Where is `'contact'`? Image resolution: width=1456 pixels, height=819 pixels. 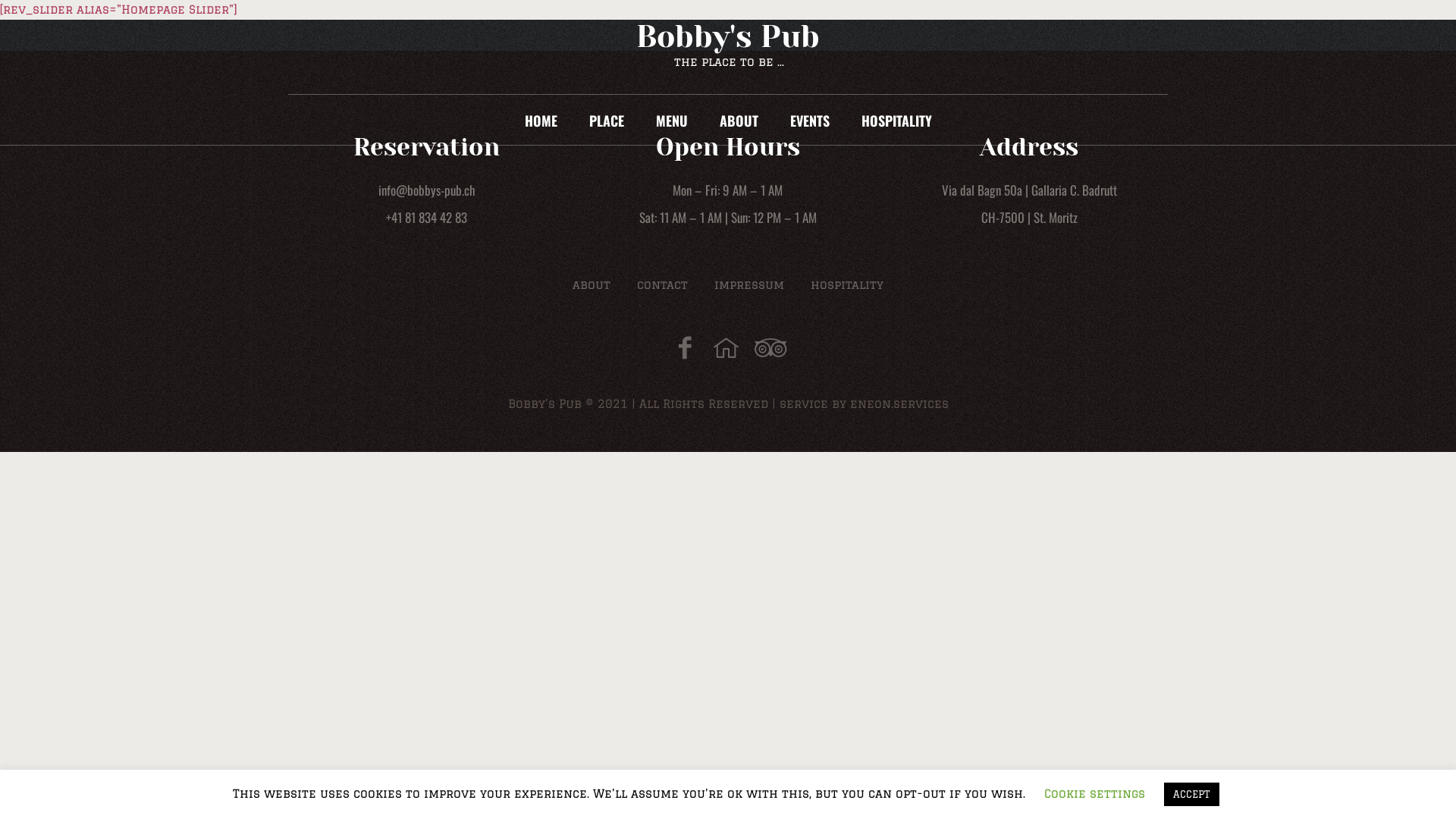
'contact' is located at coordinates (662, 284).